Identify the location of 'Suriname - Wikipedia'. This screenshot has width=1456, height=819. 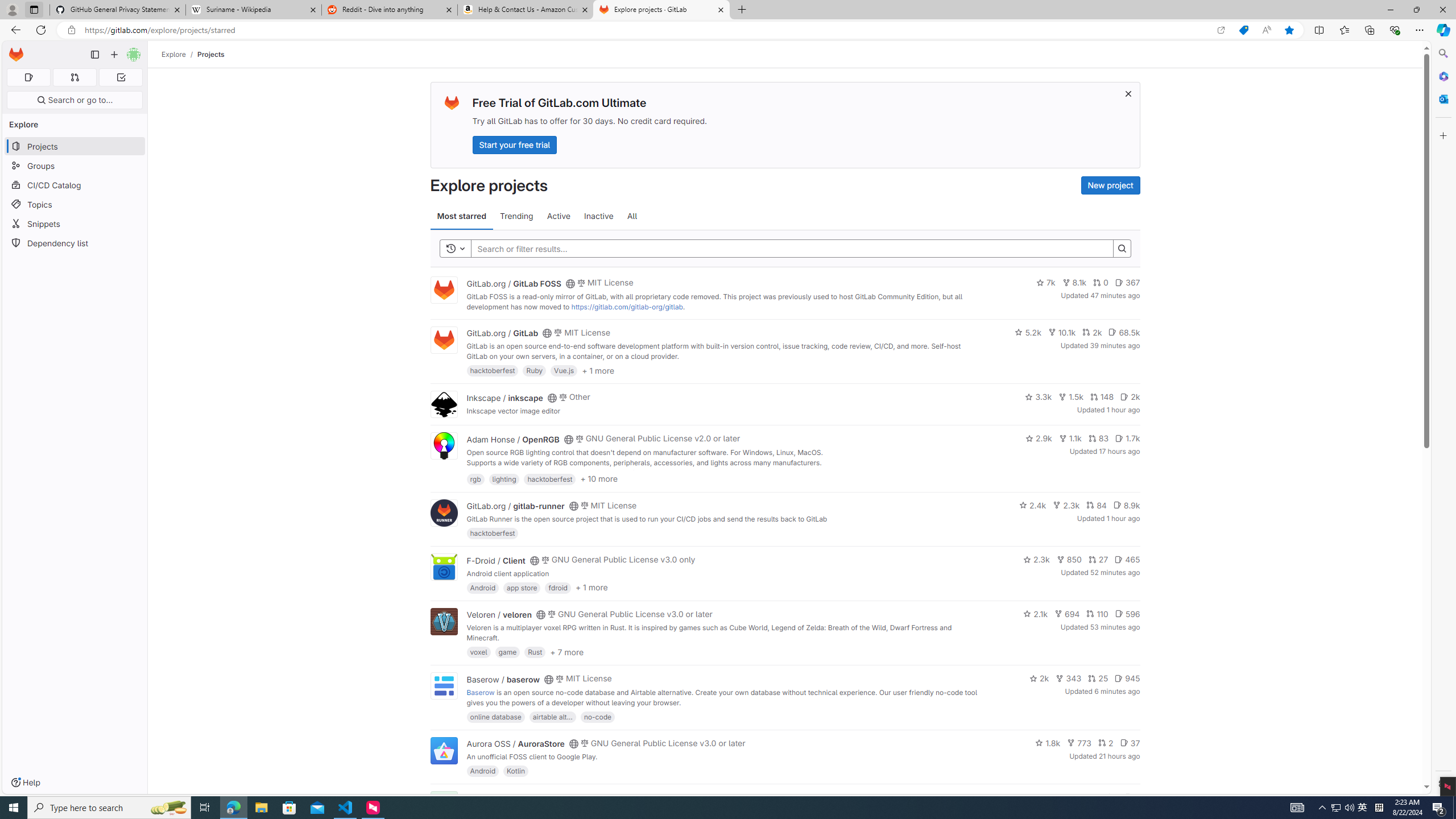
(253, 9).